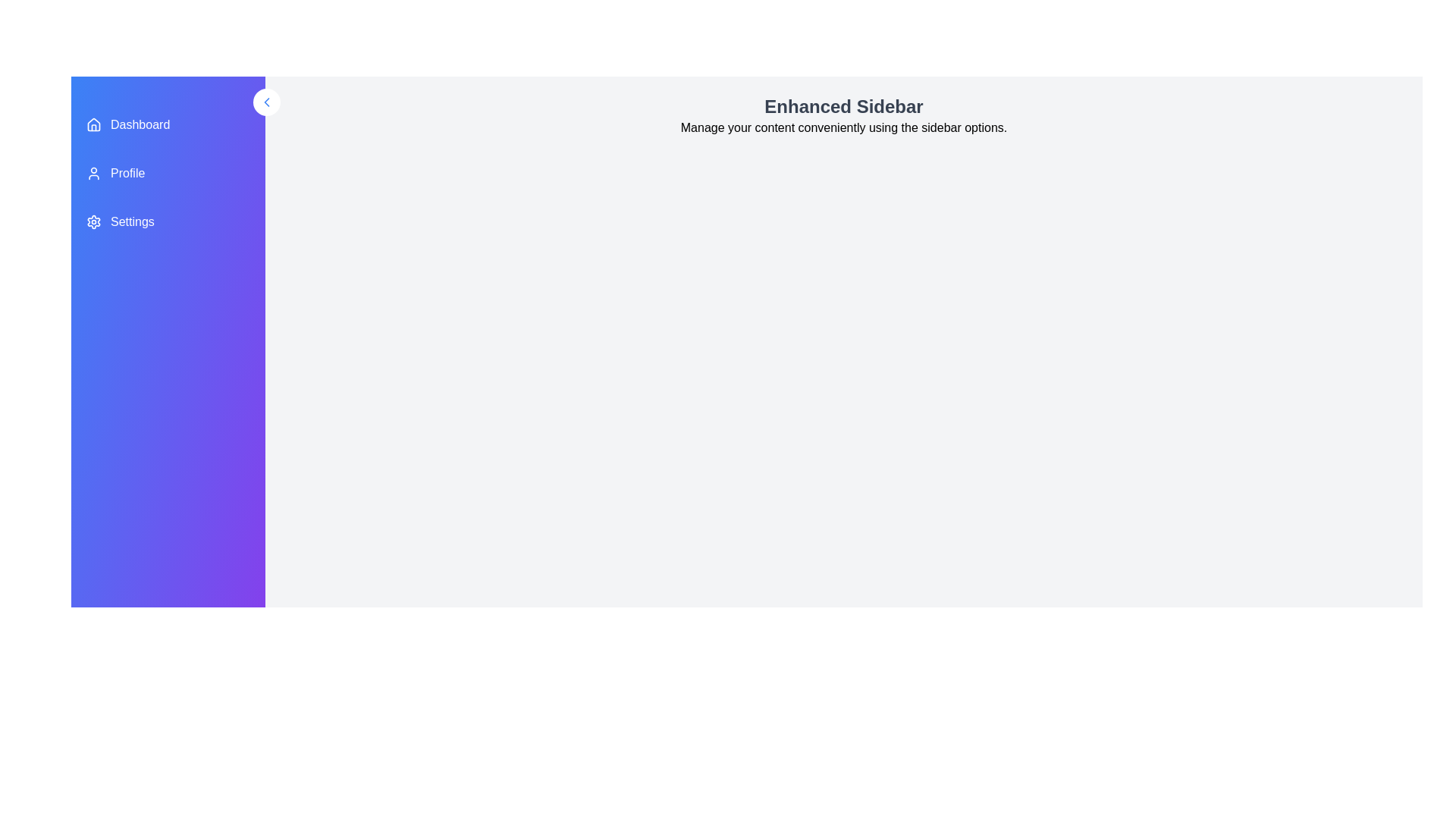 This screenshot has height=819, width=1456. I want to click on toggle button located at the top-right corner of the sidebar to toggle its visibility, so click(266, 102).